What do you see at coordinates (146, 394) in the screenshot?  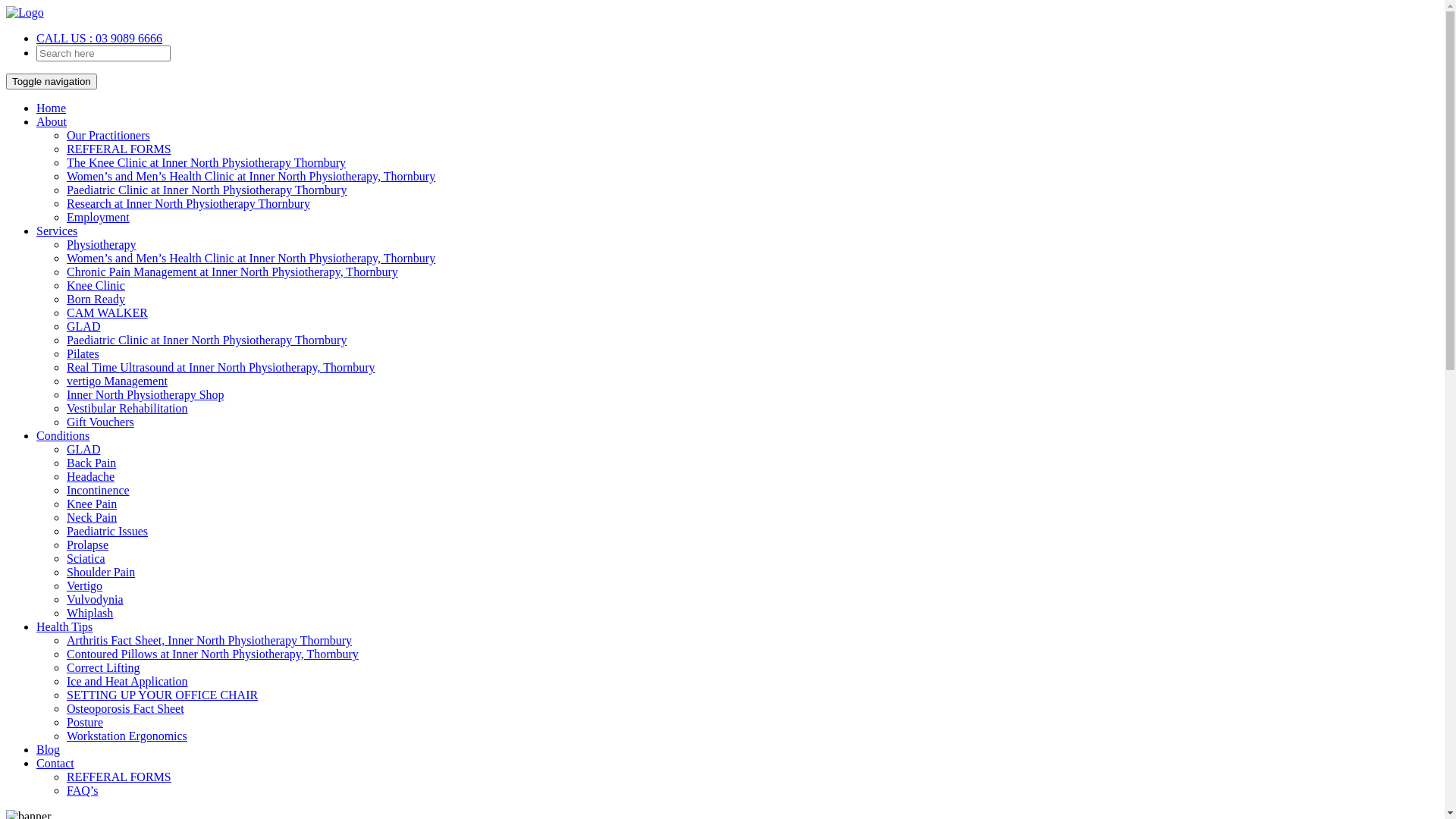 I see `'Inner North Physiotherapy Shop'` at bounding box center [146, 394].